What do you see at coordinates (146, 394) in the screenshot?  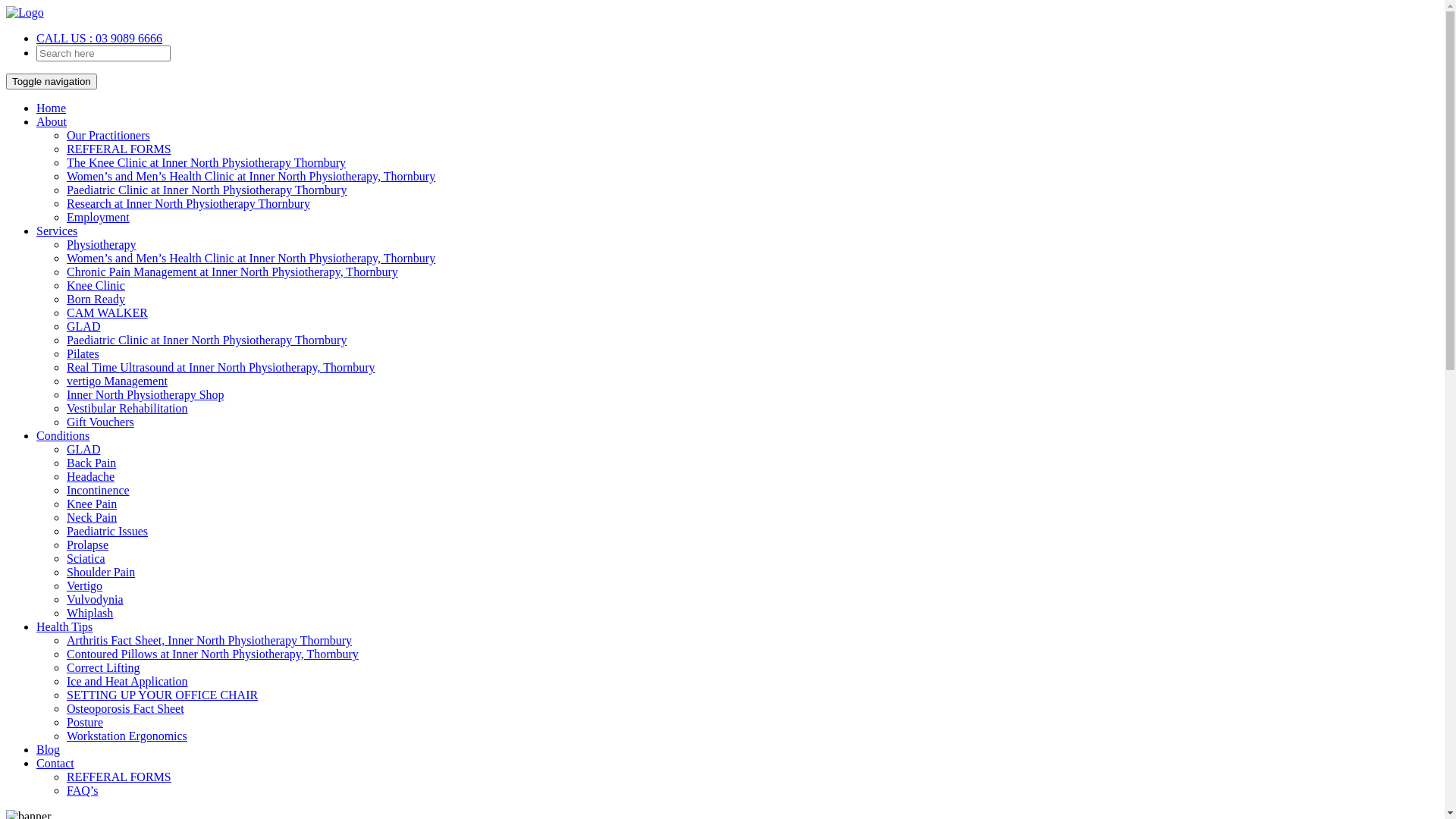 I see `'Inner North Physiotherapy Shop'` at bounding box center [146, 394].